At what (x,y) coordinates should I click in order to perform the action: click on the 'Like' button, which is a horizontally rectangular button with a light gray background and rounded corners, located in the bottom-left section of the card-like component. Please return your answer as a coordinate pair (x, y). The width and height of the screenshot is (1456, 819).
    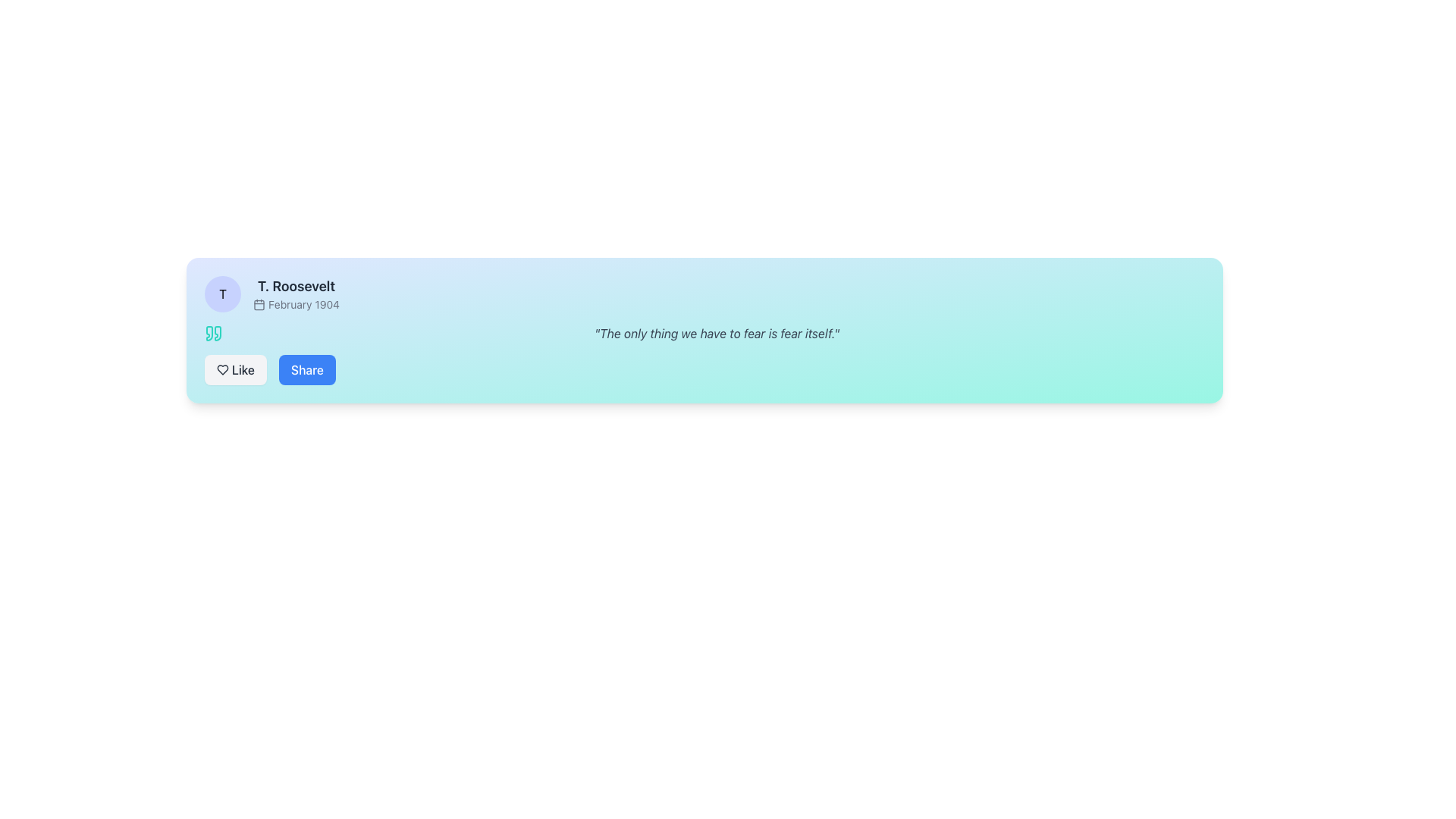
    Looking at the image, I should click on (235, 370).